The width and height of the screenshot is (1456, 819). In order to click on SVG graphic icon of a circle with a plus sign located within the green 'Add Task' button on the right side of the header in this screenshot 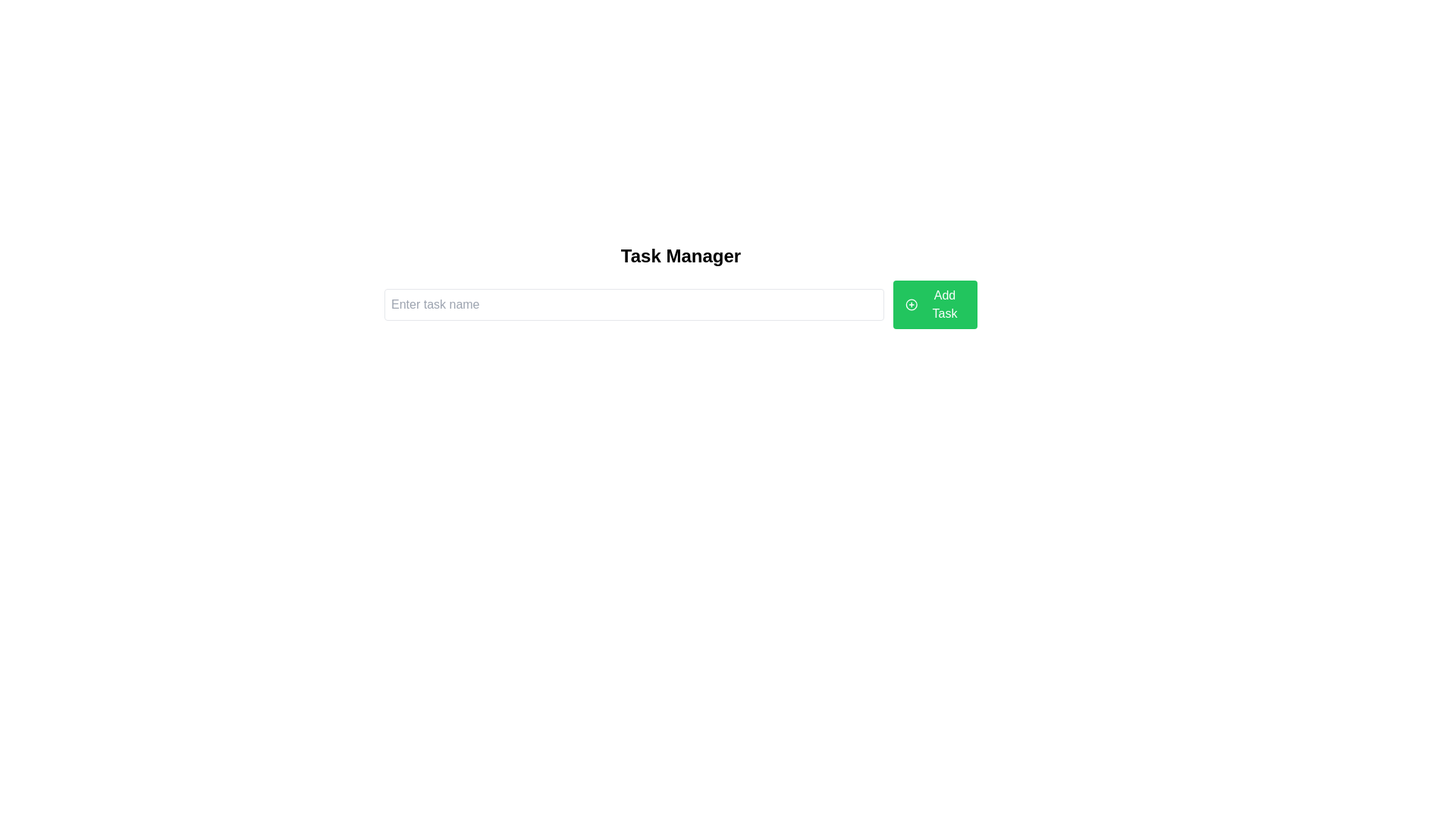, I will do `click(911, 304)`.